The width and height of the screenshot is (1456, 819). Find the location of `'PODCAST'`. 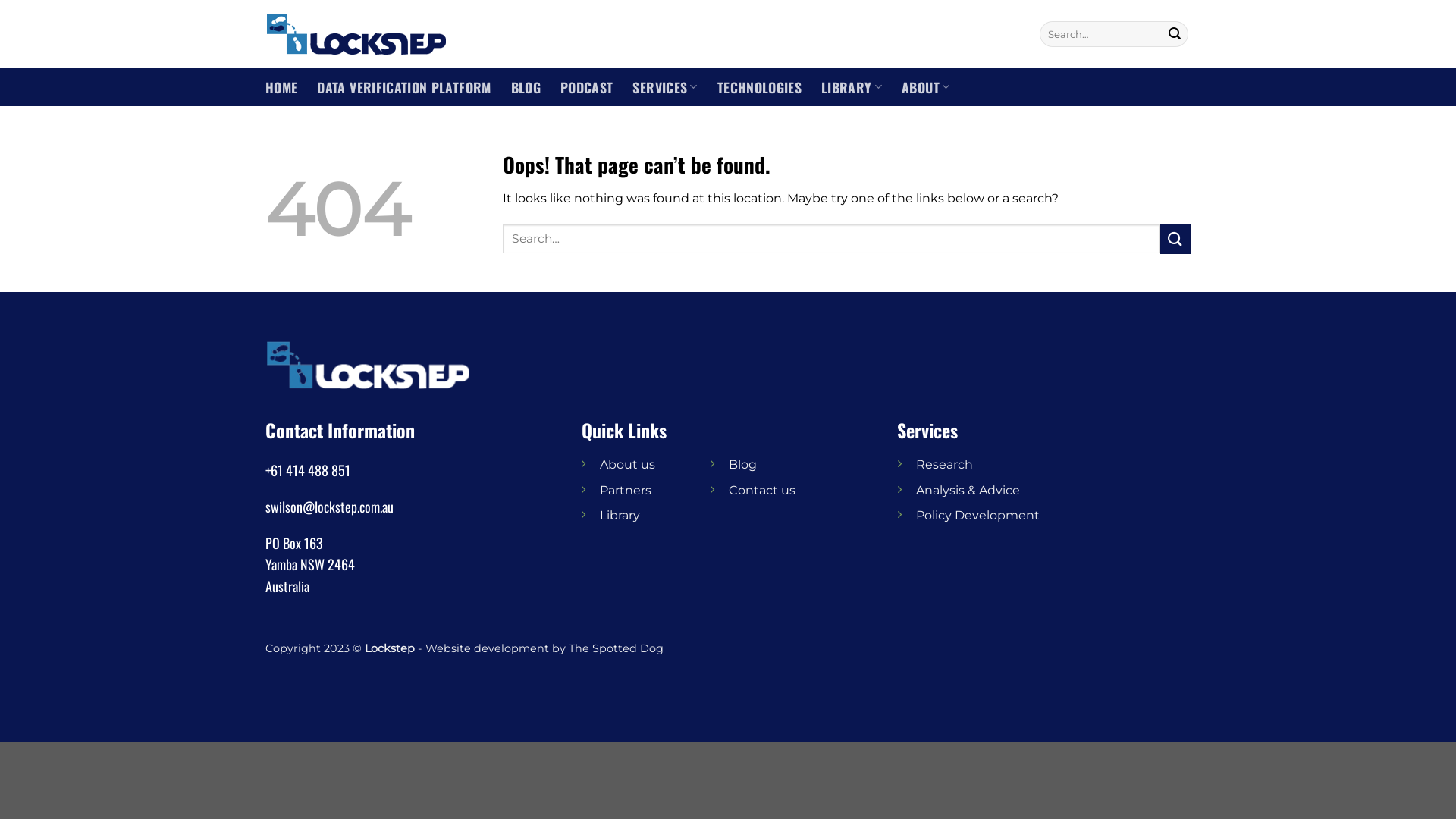

'PODCAST' is located at coordinates (585, 87).